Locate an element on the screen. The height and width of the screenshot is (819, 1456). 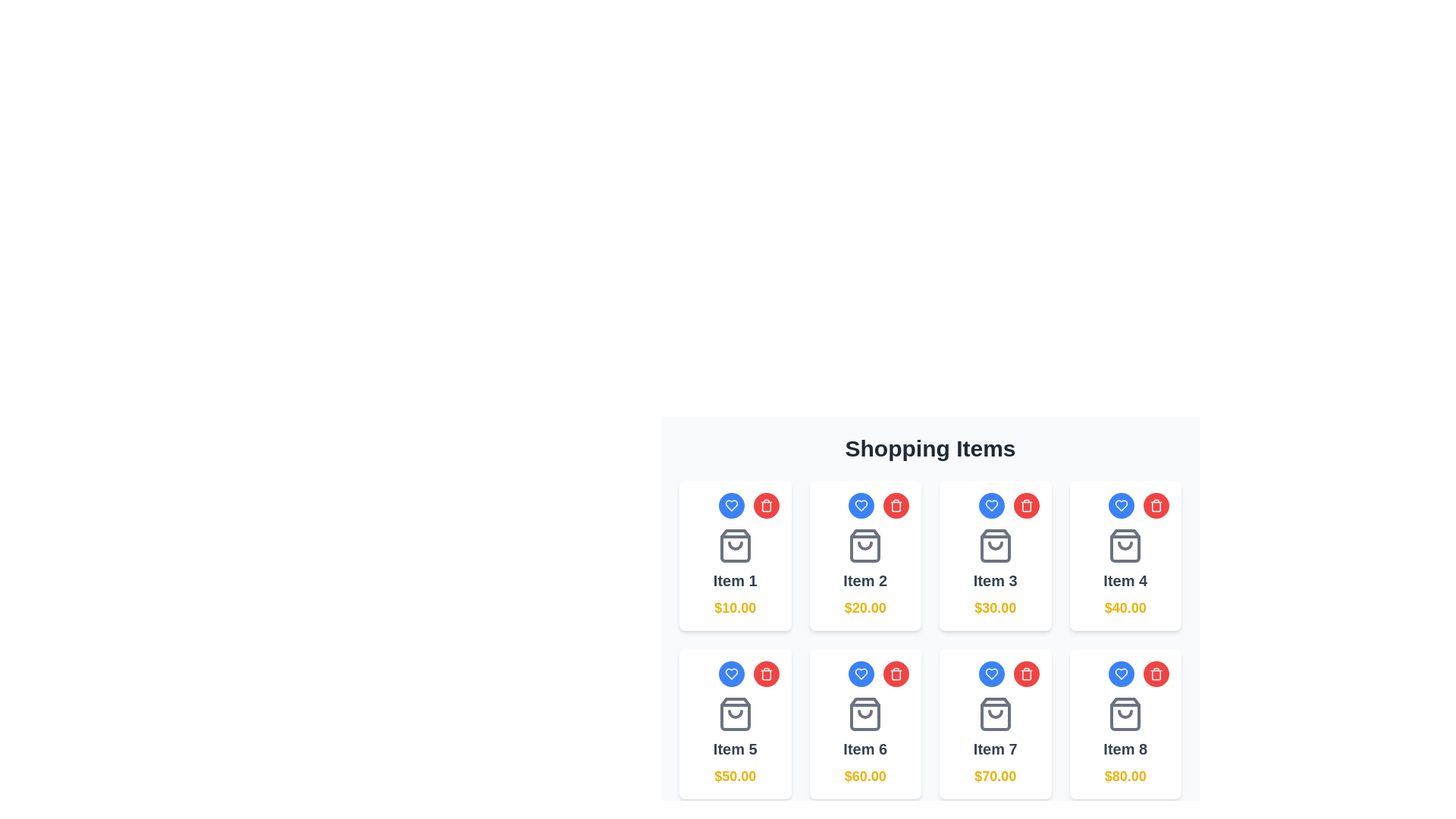
the delete button located in the top-right corner of the card for 'Item 2' to trigger a tooltip or highlight effect is located at coordinates (896, 506).